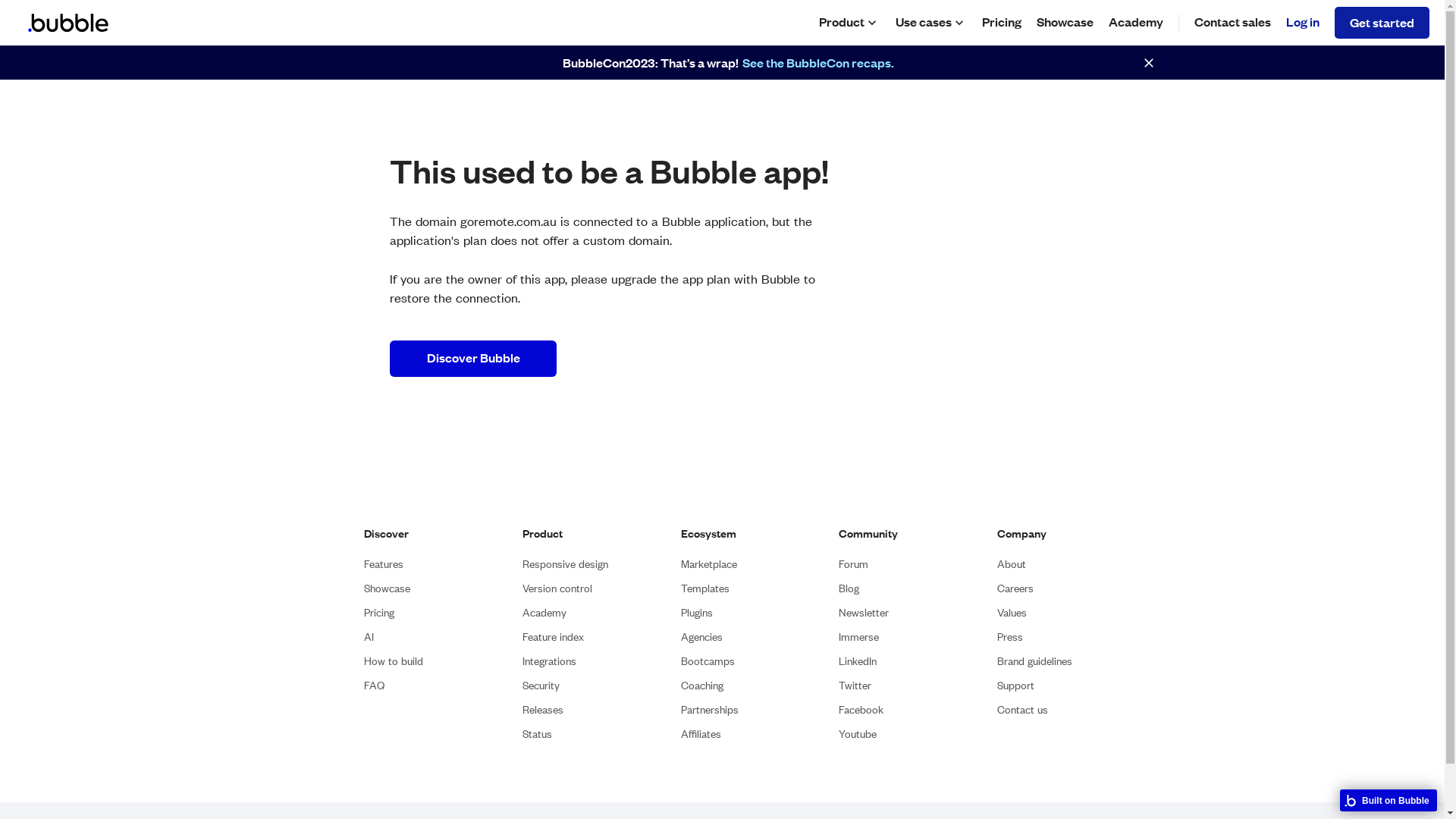 Image resolution: width=1456 pixels, height=819 pixels. What do you see at coordinates (537, 733) in the screenshot?
I see `'Status'` at bounding box center [537, 733].